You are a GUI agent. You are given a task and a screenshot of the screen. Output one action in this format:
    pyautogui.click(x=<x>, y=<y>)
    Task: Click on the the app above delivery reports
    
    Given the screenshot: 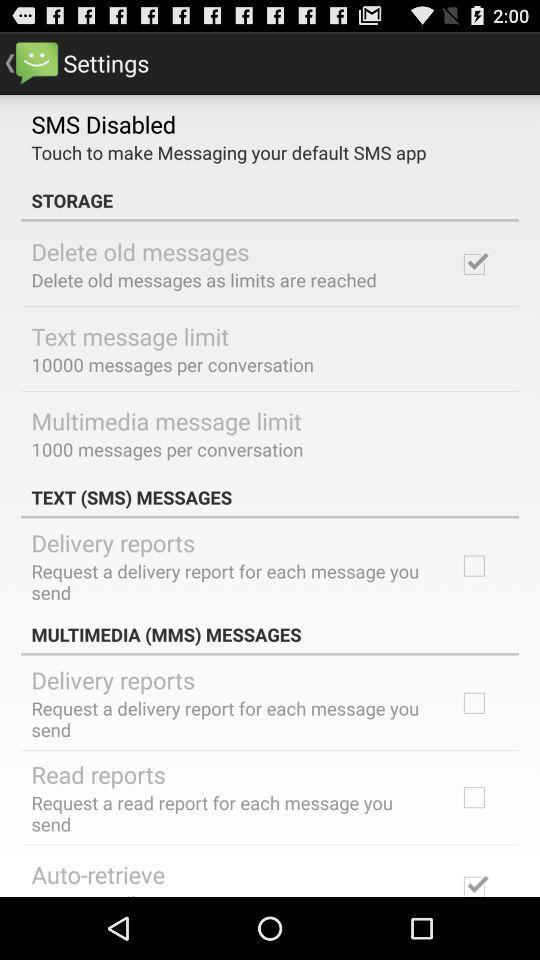 What is the action you would take?
    pyautogui.click(x=270, y=496)
    